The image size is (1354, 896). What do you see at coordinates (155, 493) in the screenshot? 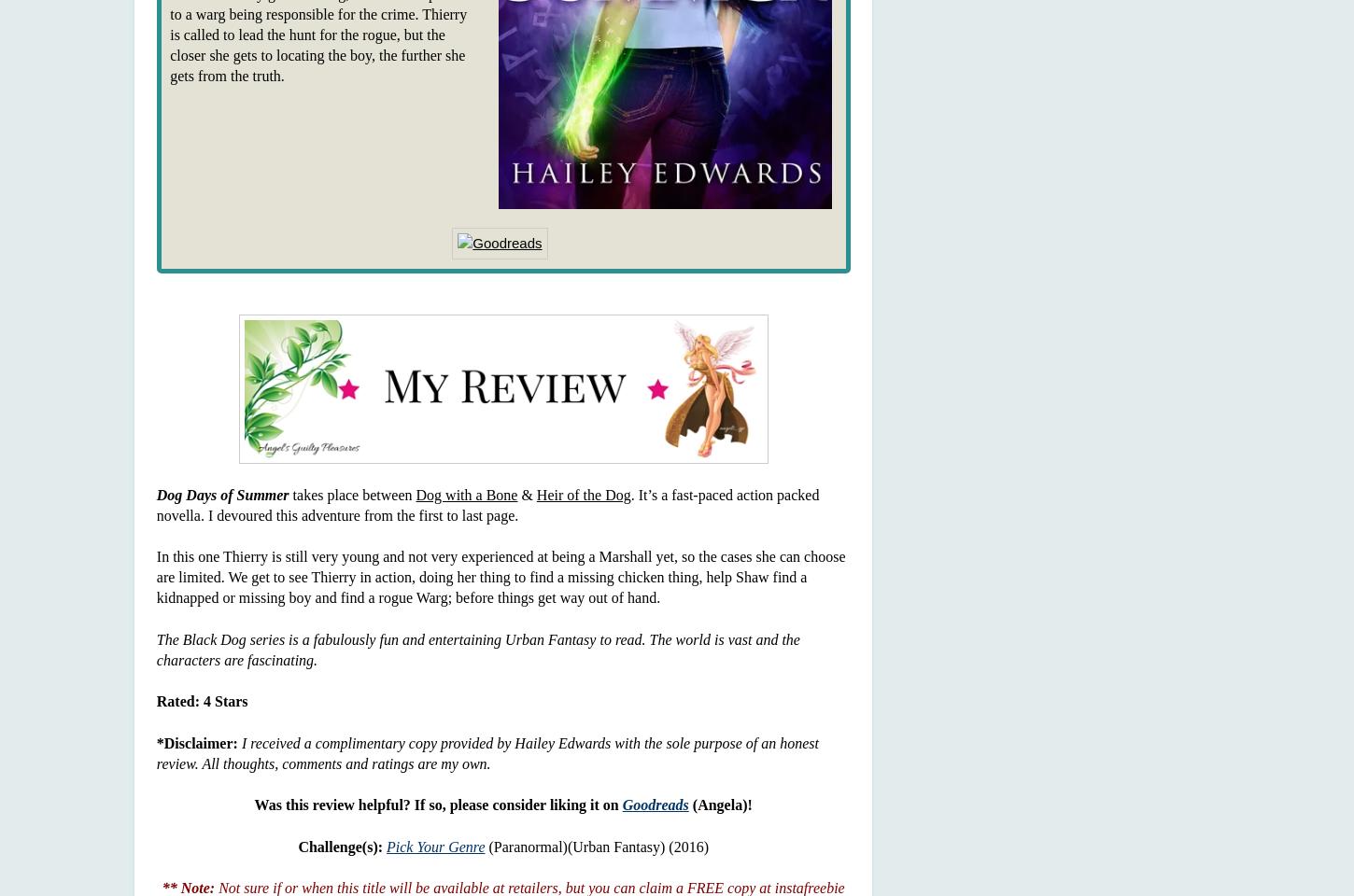
I see `'Dog Days of Summer'` at bounding box center [155, 493].